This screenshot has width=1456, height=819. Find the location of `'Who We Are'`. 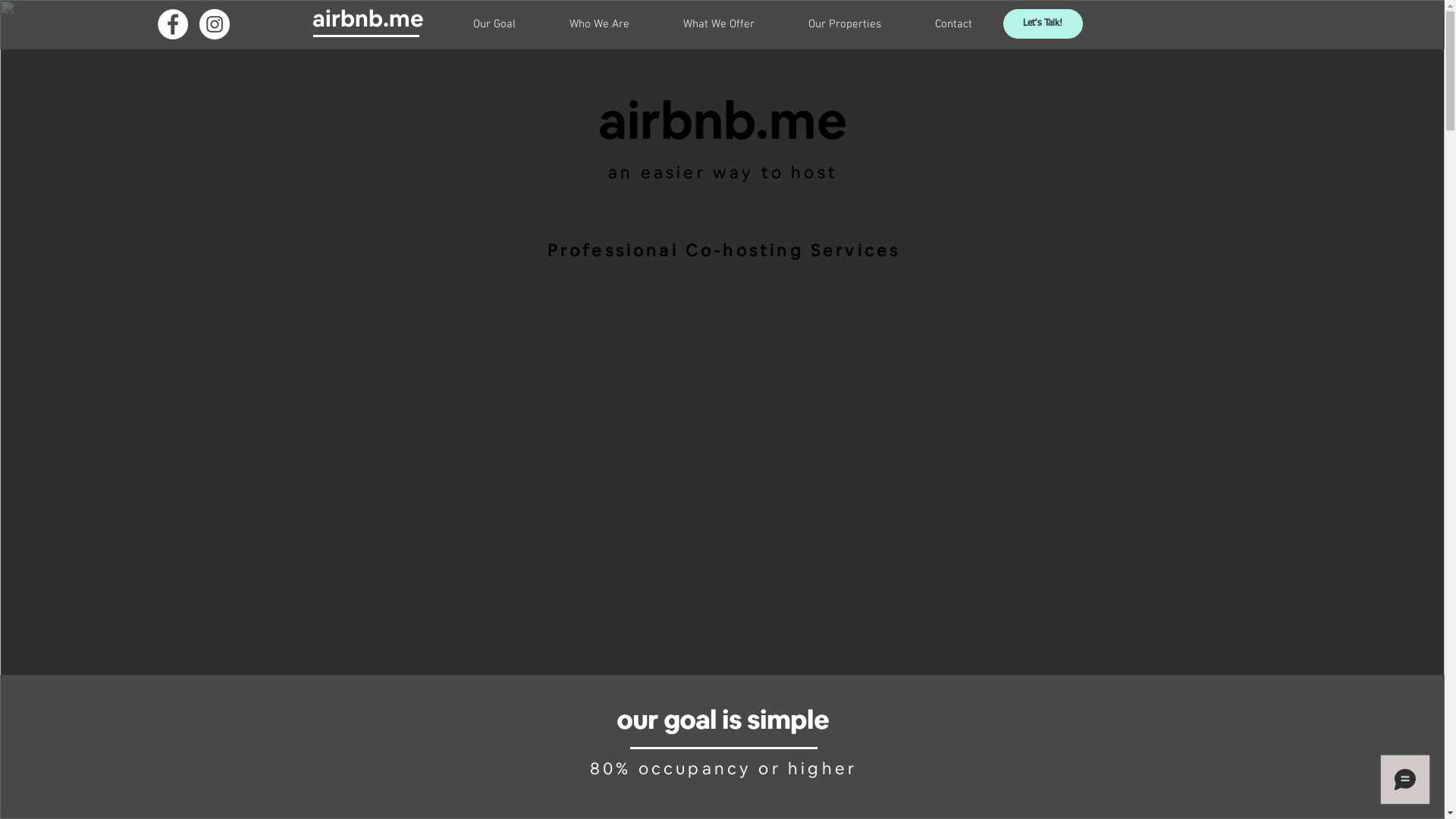

'Who We Are' is located at coordinates (599, 24).